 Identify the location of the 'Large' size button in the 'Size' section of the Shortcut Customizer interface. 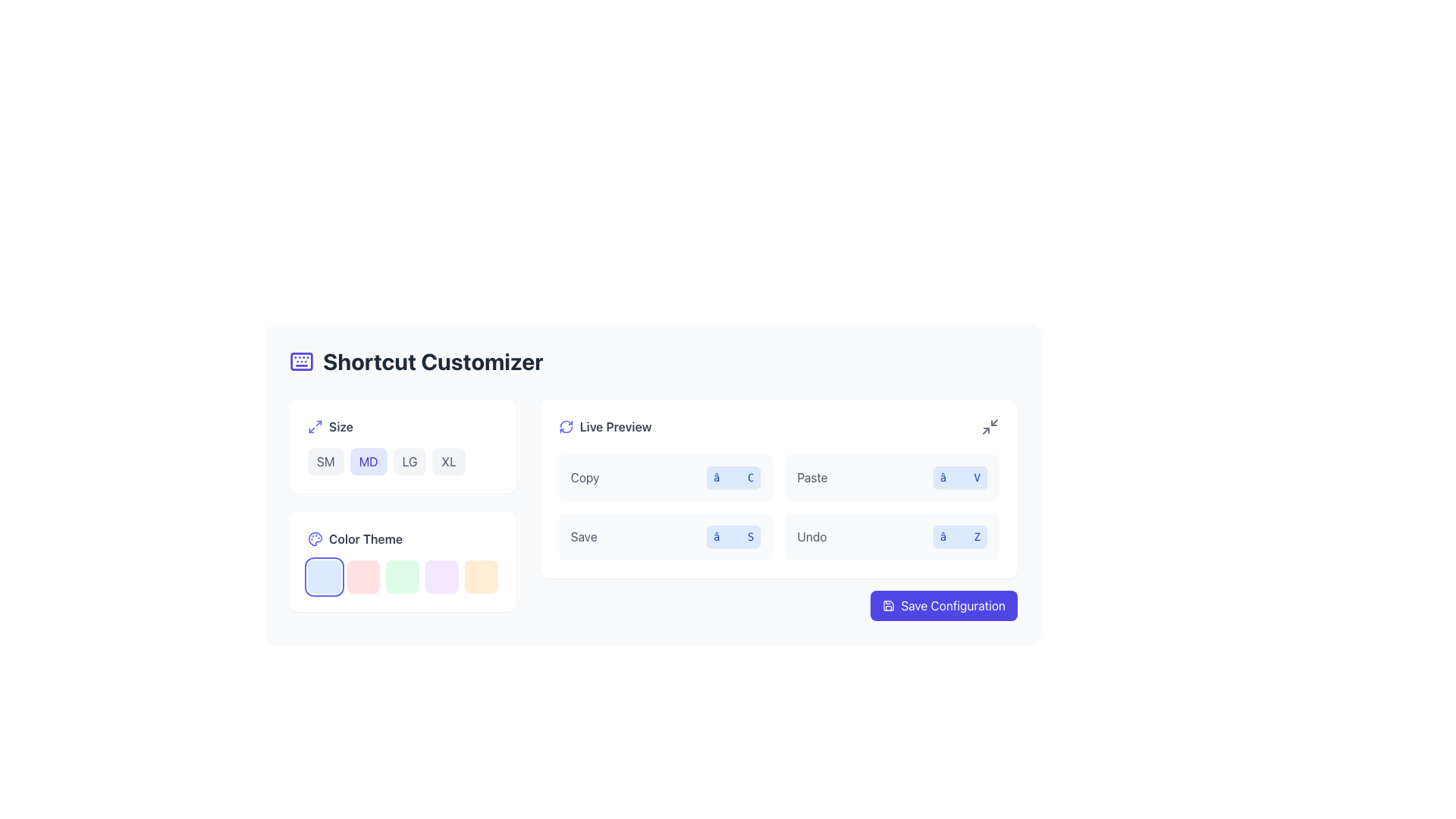
(409, 461).